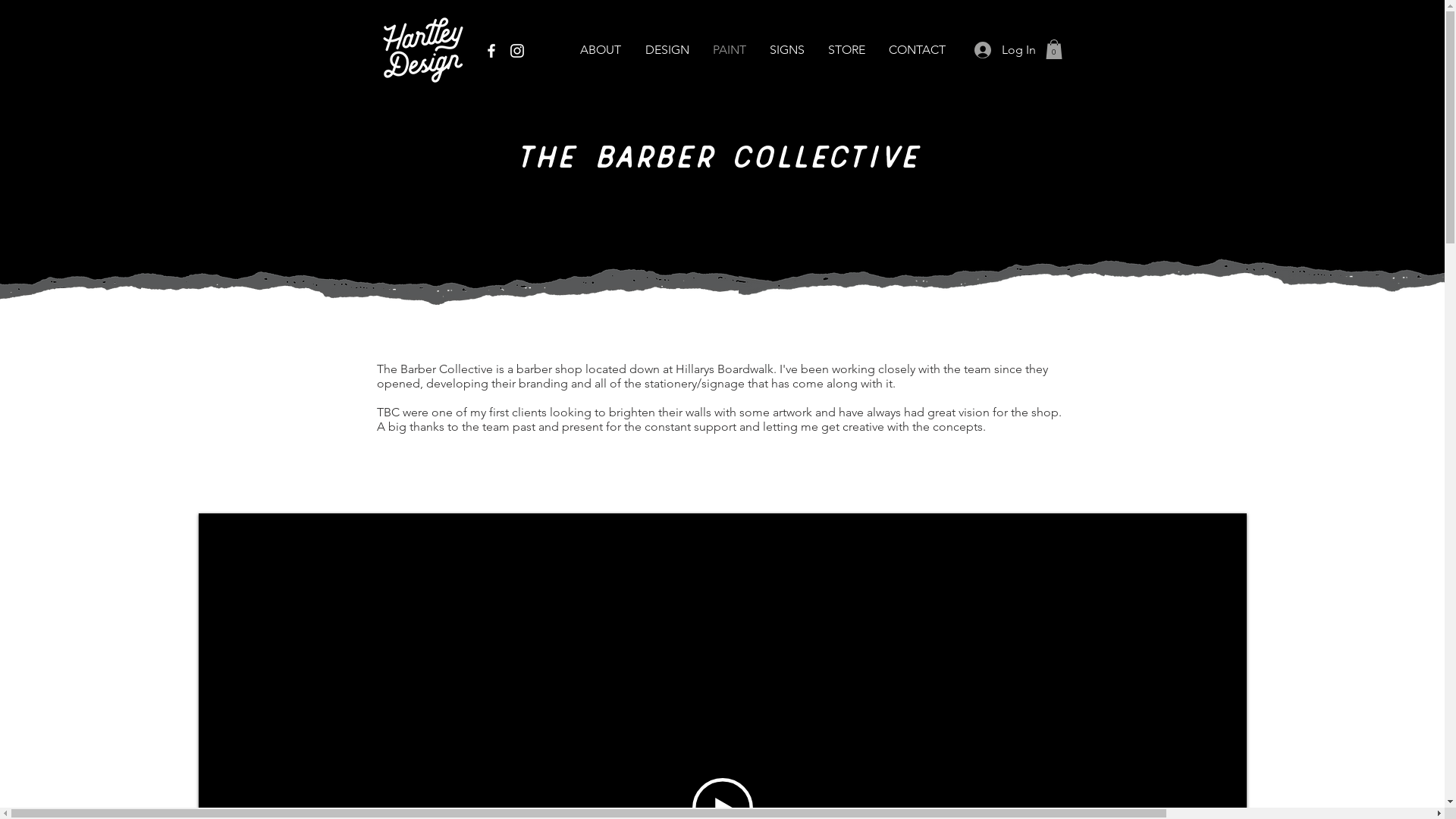 This screenshot has width=1456, height=819. Describe the element at coordinates (566, 49) in the screenshot. I see `'ABOUT'` at that location.